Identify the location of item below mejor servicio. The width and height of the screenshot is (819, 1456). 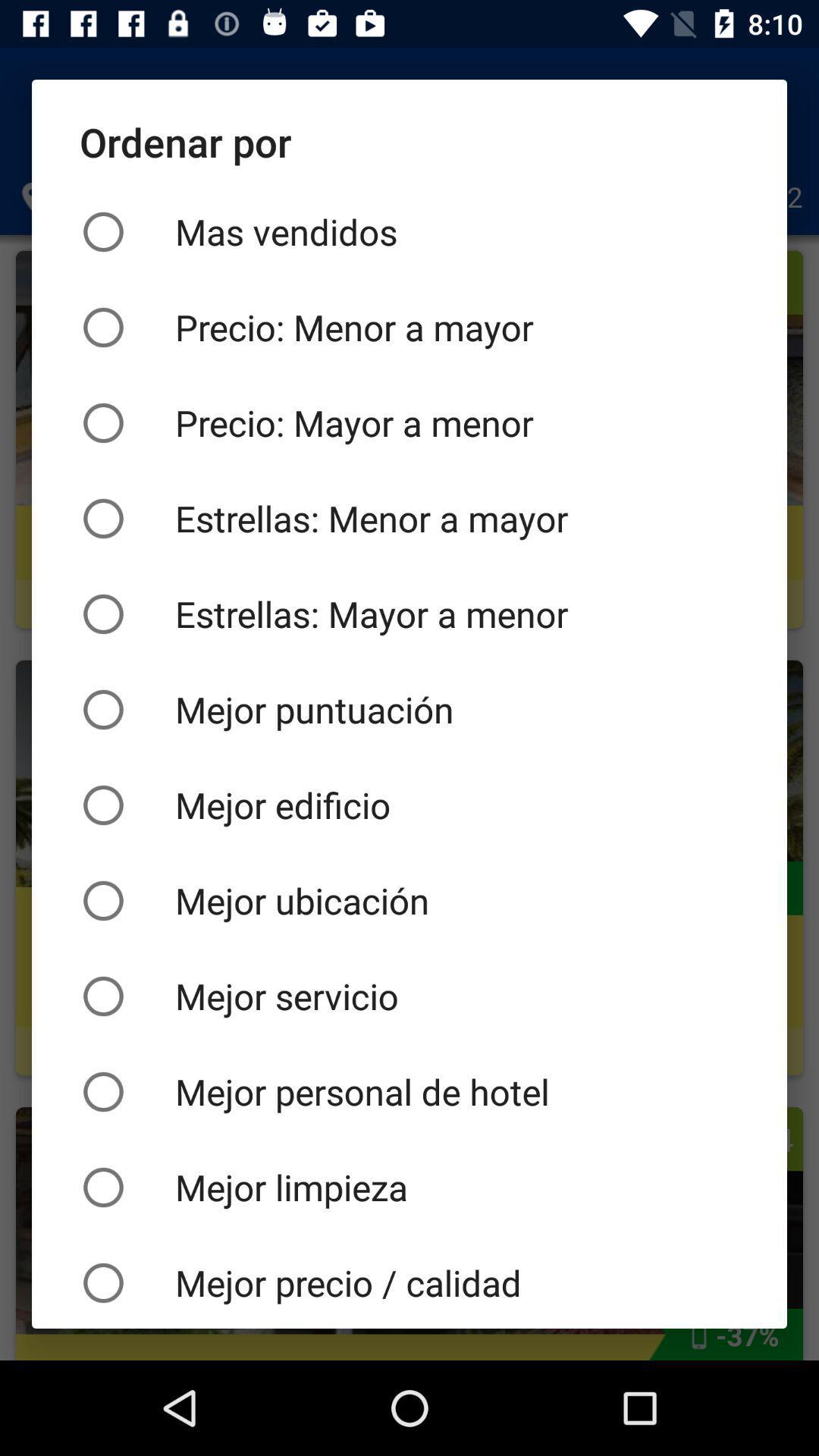
(409, 1092).